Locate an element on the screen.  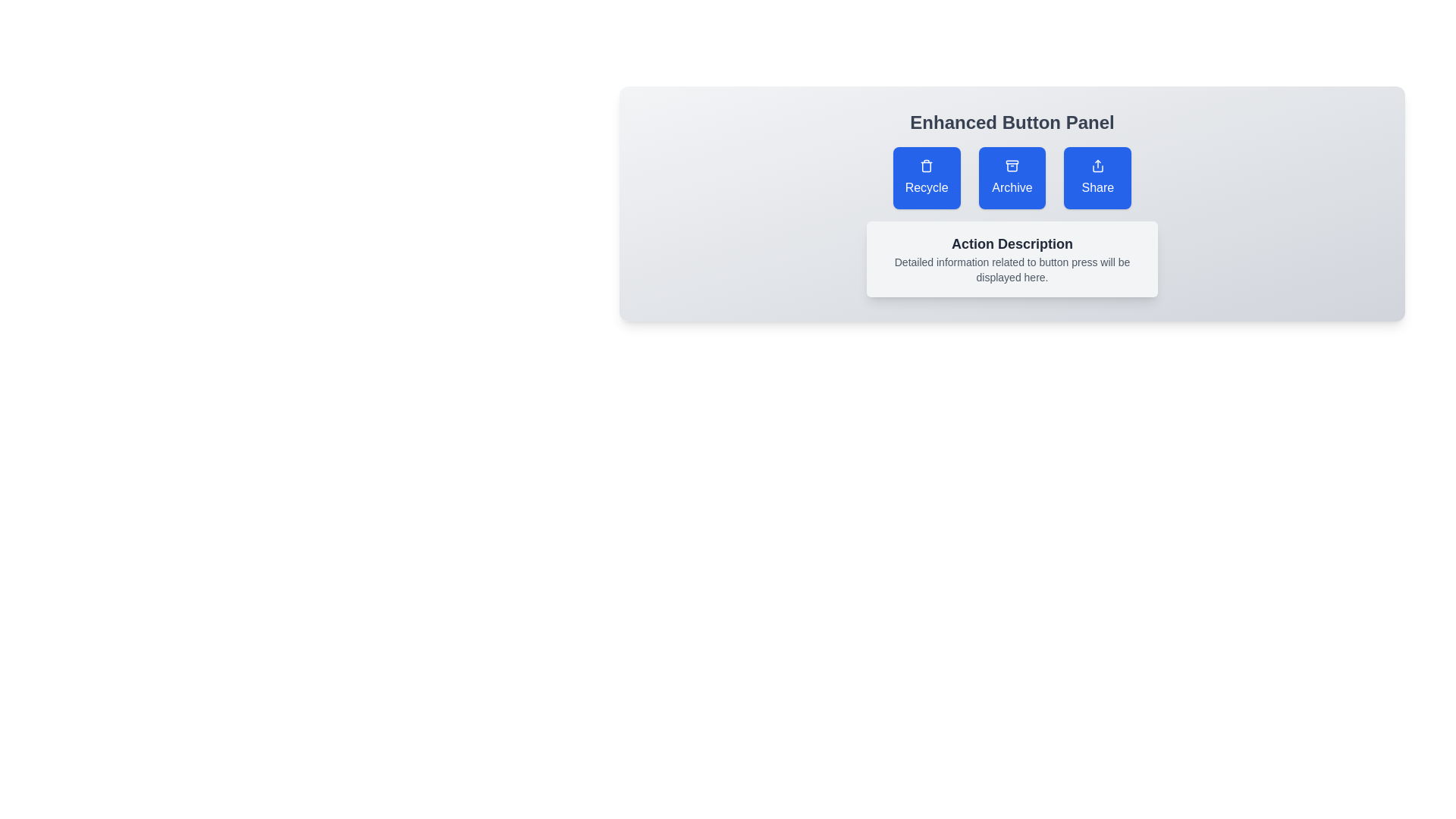
the archive button, which is the second button in a row of three, located between the 'Recycle' button and the 'Share' button is located at coordinates (1012, 177).